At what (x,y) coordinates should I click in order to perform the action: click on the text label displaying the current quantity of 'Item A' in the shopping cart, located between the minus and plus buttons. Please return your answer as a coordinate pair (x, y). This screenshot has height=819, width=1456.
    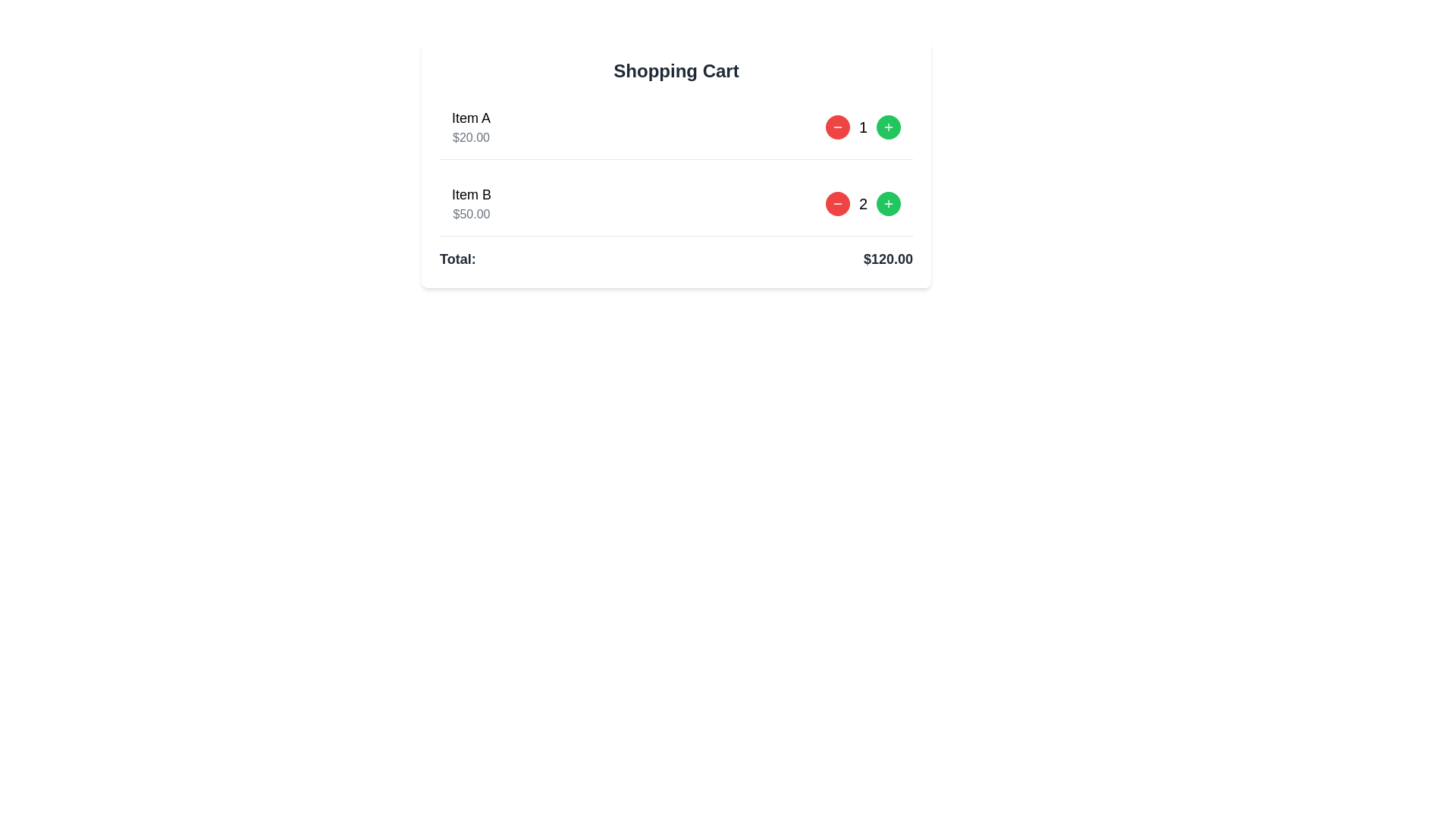
    Looking at the image, I should click on (863, 127).